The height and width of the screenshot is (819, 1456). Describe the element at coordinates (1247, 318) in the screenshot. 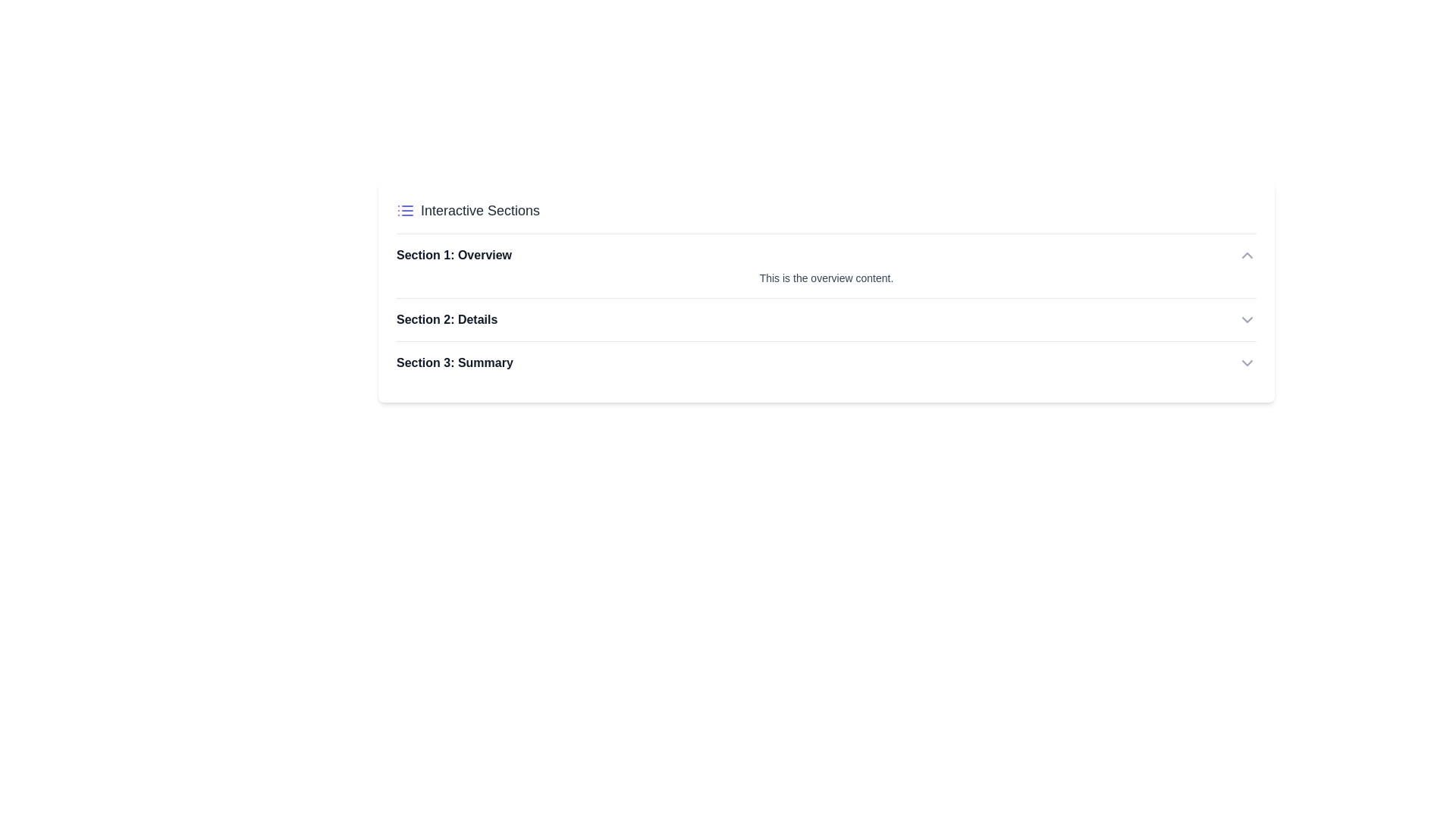

I see `the Dropdown toggle icon (chevron) located on the right side of the 'Section 2: Details' heading` at that location.